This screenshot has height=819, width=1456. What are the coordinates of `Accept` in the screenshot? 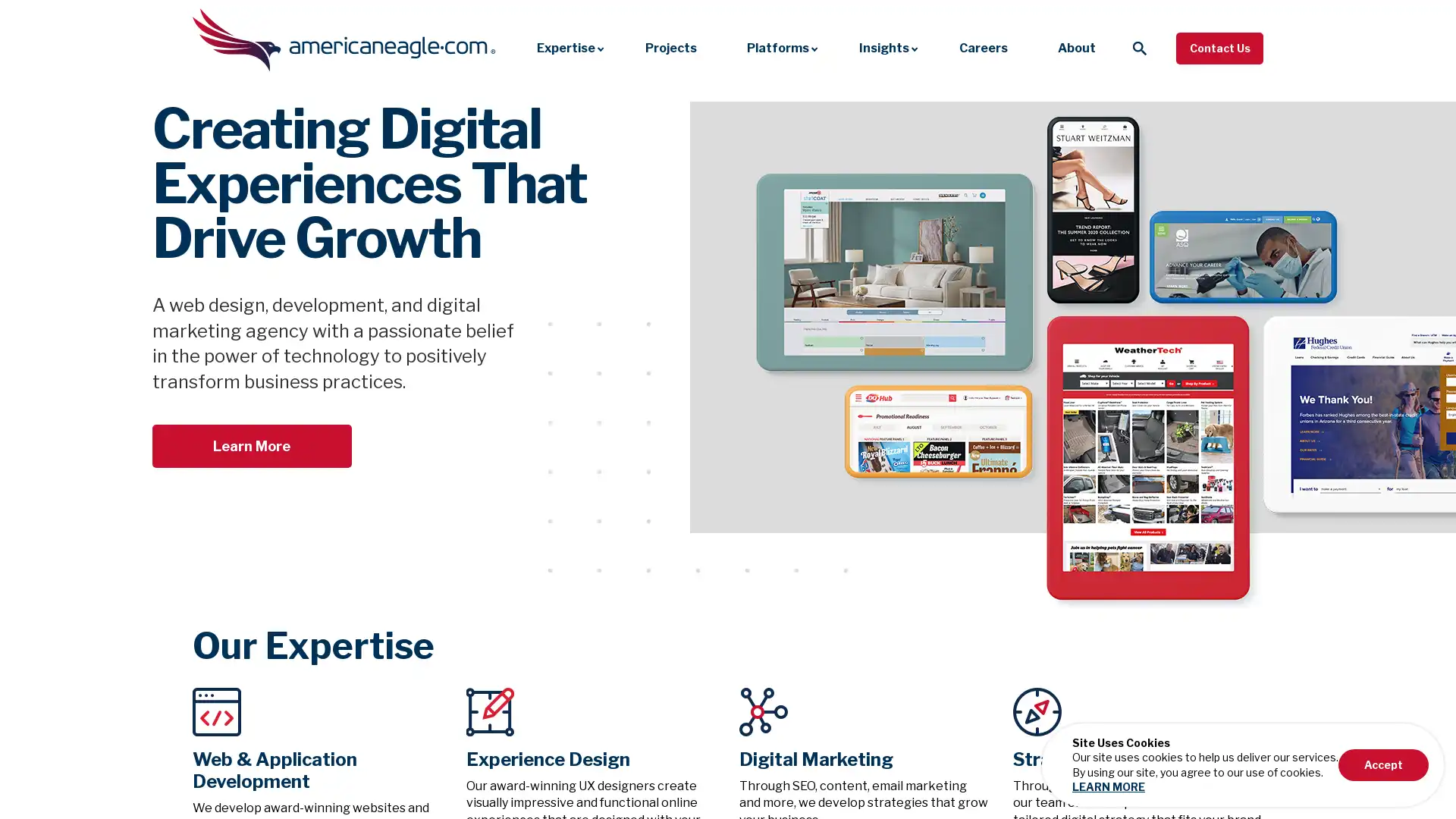 It's located at (1383, 764).